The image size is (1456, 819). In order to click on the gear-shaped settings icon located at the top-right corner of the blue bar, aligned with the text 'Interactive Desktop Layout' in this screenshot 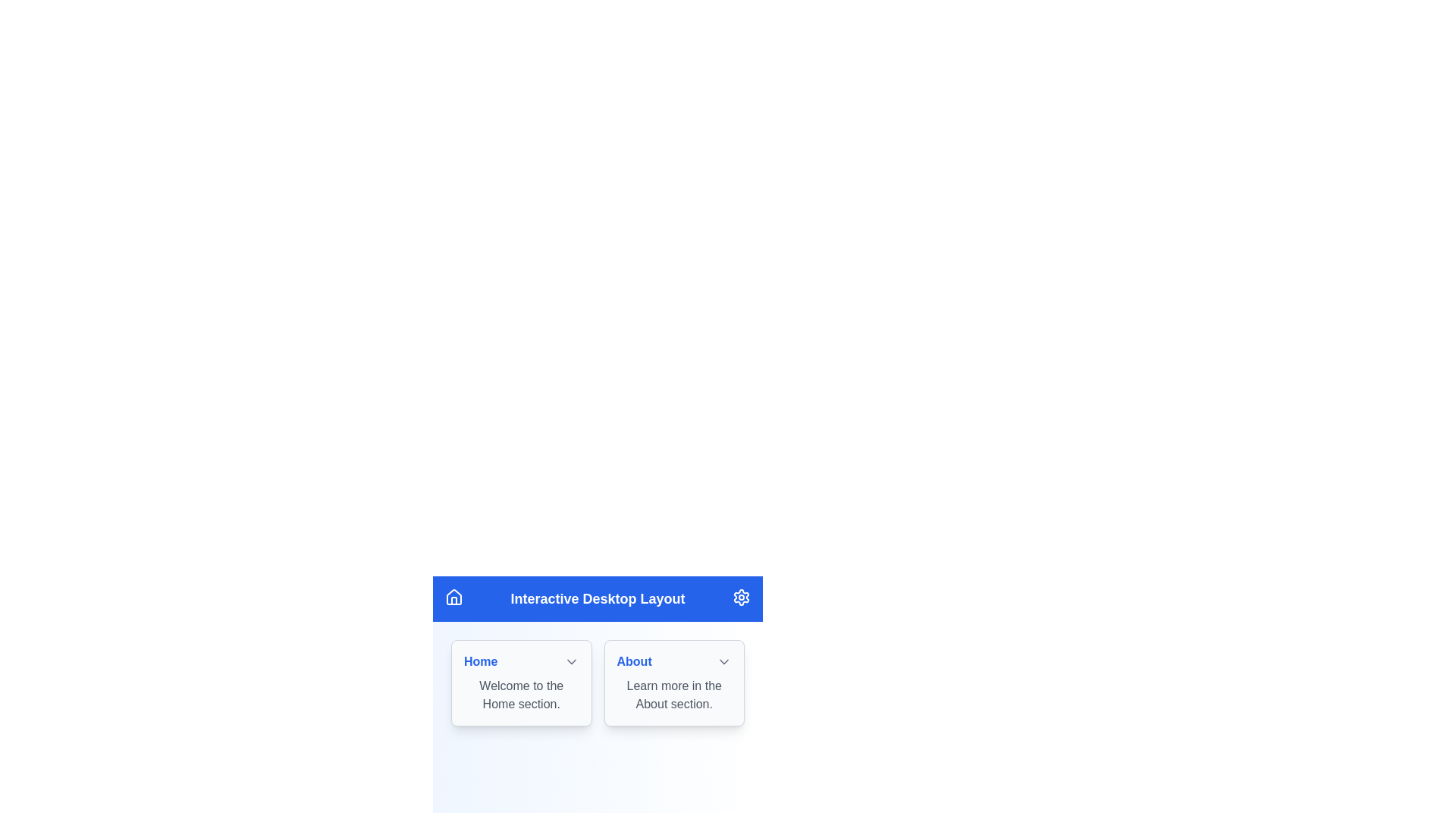, I will do `click(742, 596)`.